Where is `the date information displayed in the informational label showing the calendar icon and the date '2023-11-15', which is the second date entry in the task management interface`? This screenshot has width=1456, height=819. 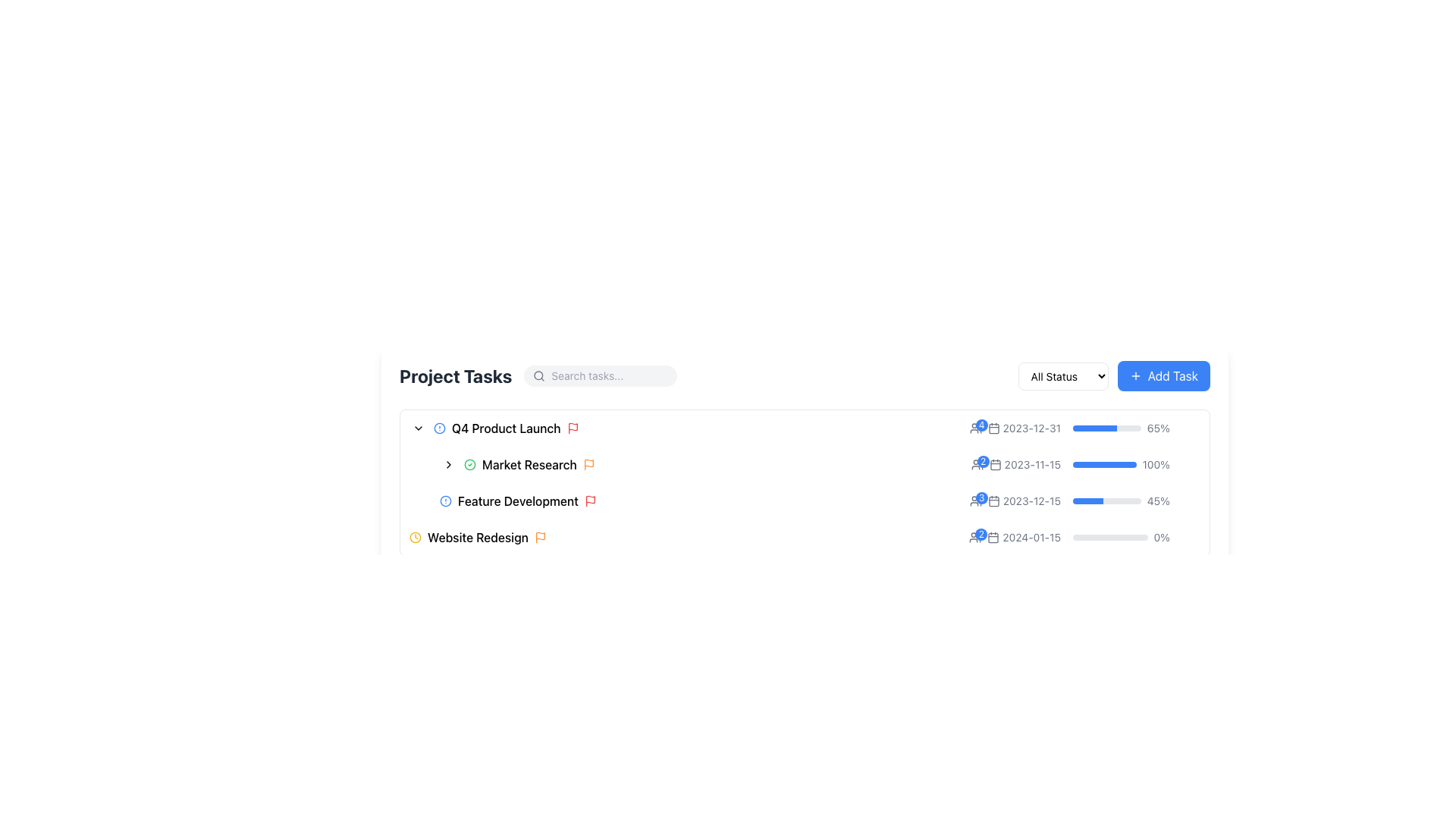 the date information displayed in the informational label showing the calendar icon and the date '2023-11-15', which is the second date entry in the task management interface is located at coordinates (1025, 464).